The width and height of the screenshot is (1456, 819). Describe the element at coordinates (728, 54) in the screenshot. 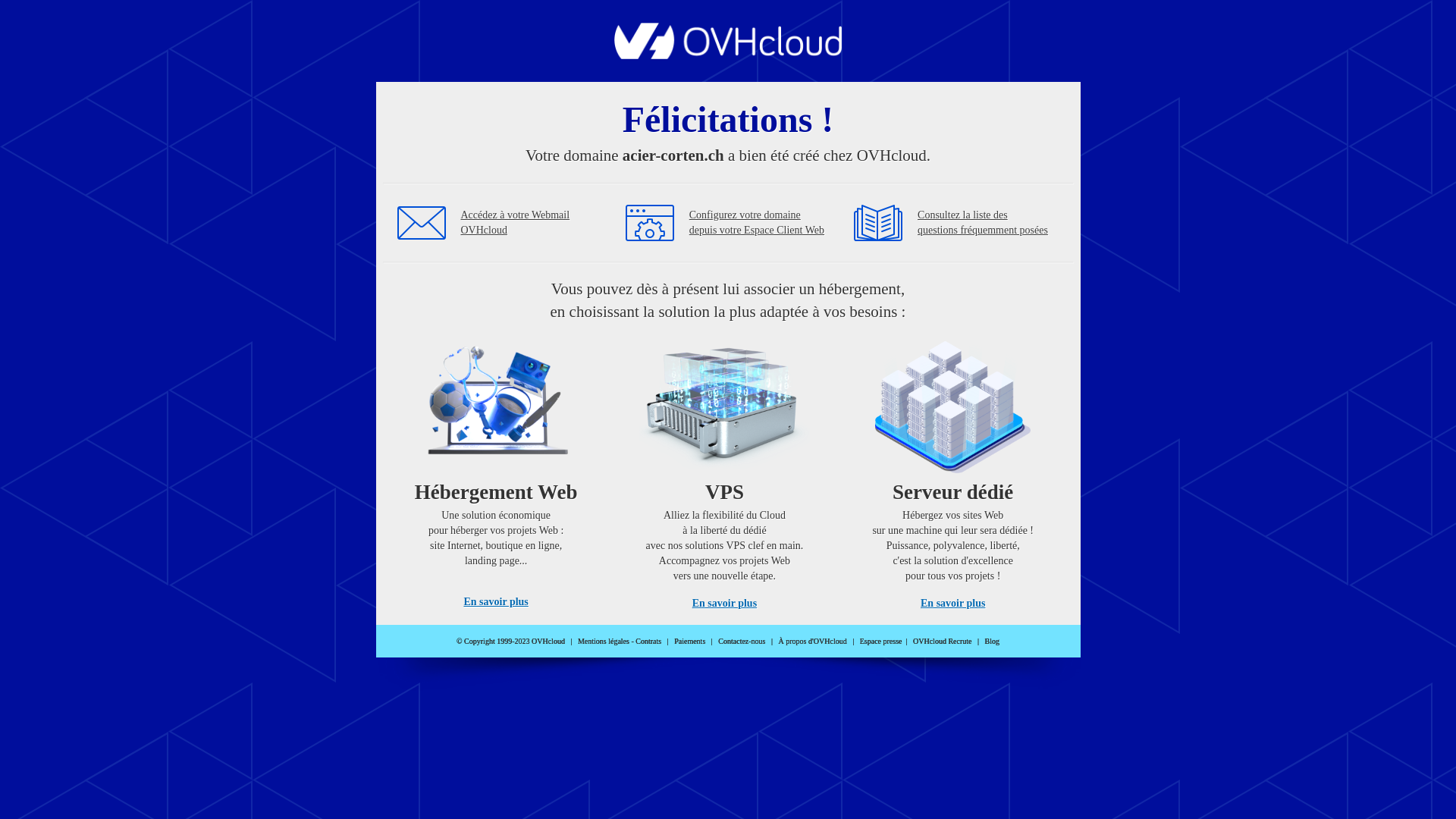

I see `'OVHcloud'` at that location.